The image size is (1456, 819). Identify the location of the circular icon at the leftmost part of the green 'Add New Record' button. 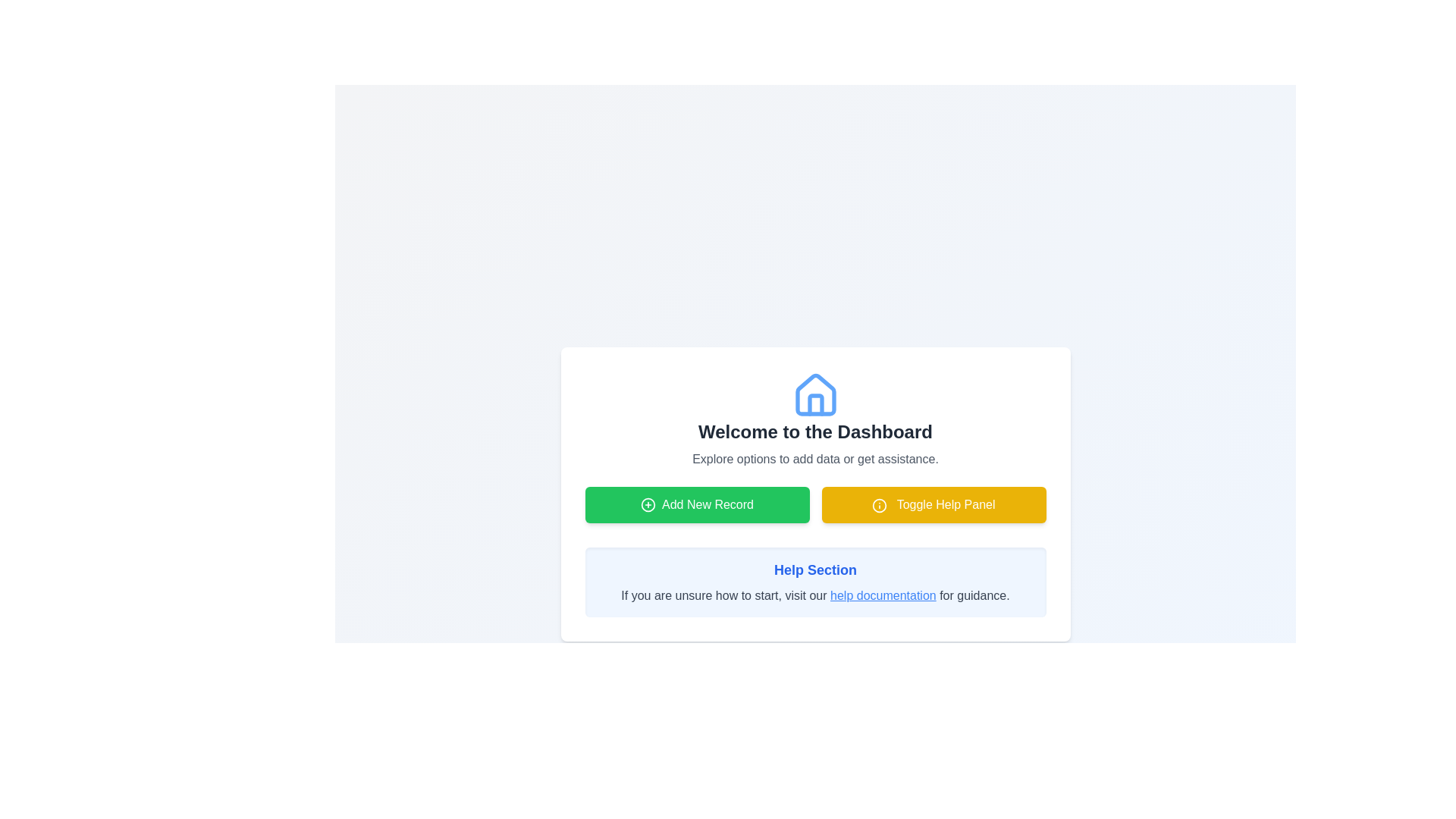
(648, 505).